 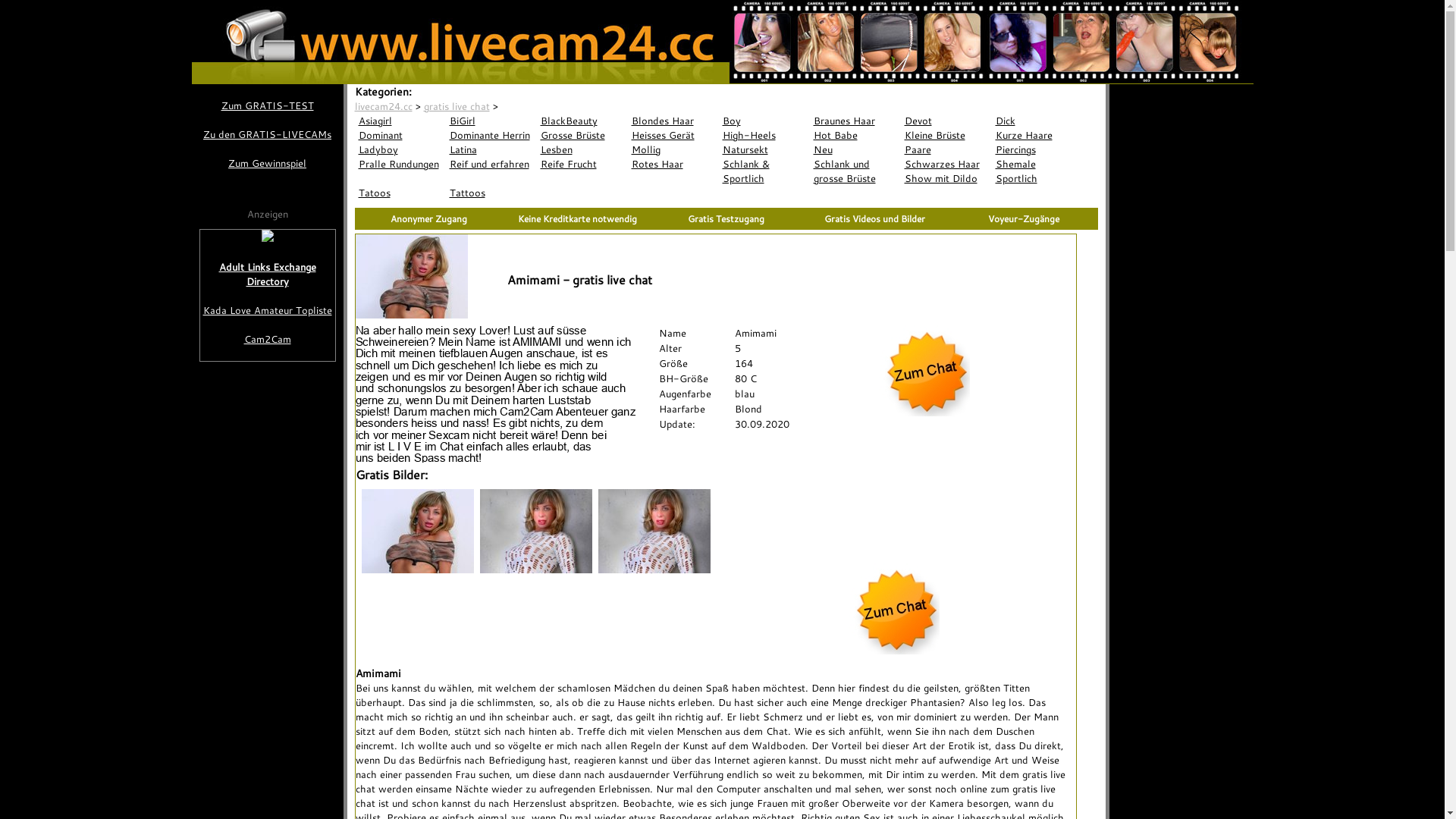 What do you see at coordinates (491, 134) in the screenshot?
I see `'Dominante Herrin'` at bounding box center [491, 134].